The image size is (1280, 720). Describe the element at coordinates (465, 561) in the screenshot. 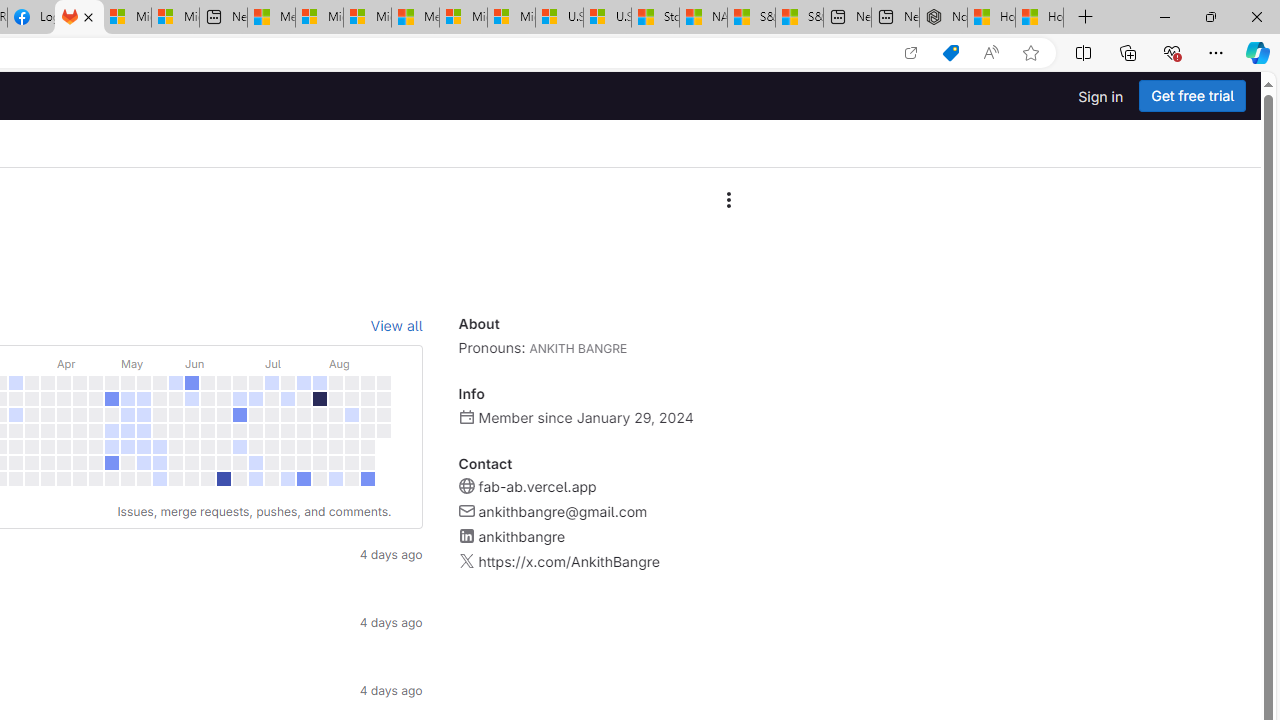

I see `'Class: s16 gl-fill-icon-subtle gl-mt-1 flex-shrink-0'` at that location.